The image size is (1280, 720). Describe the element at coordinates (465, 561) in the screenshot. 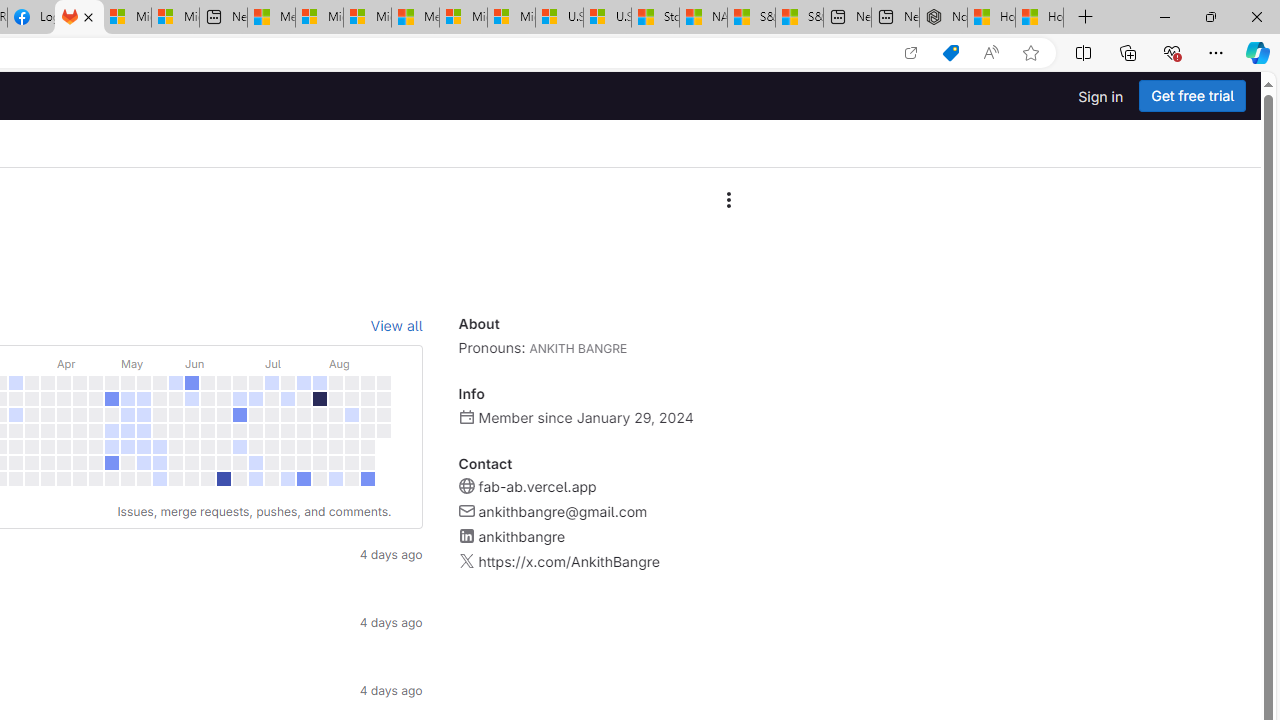

I see `'Class: s16 gl-fill-icon-subtle gl-mt-1 flex-shrink-0'` at that location.